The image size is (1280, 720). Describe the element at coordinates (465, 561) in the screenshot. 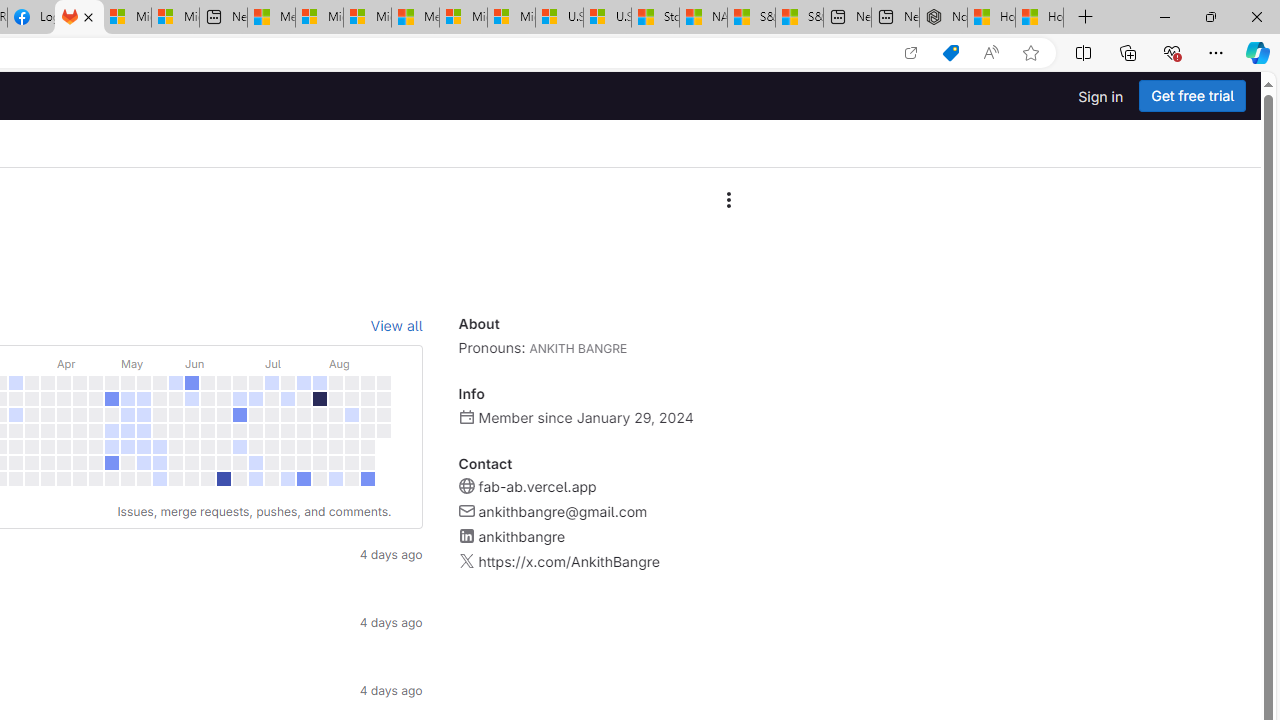

I see `'Class: s16 gl-fill-icon-subtle gl-mt-1 flex-shrink-0'` at that location.